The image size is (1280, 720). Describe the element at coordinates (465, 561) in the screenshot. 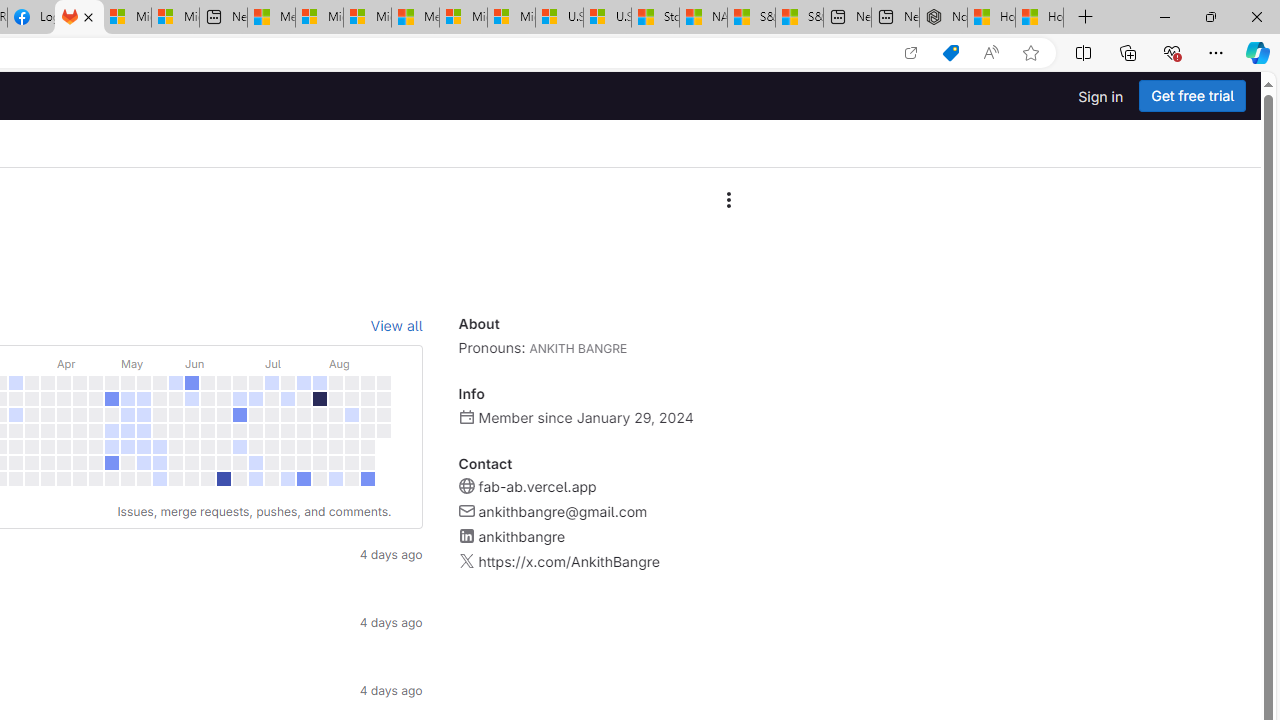

I see `'Class: s16 gl-fill-icon-subtle gl-mt-1 flex-shrink-0'` at that location.